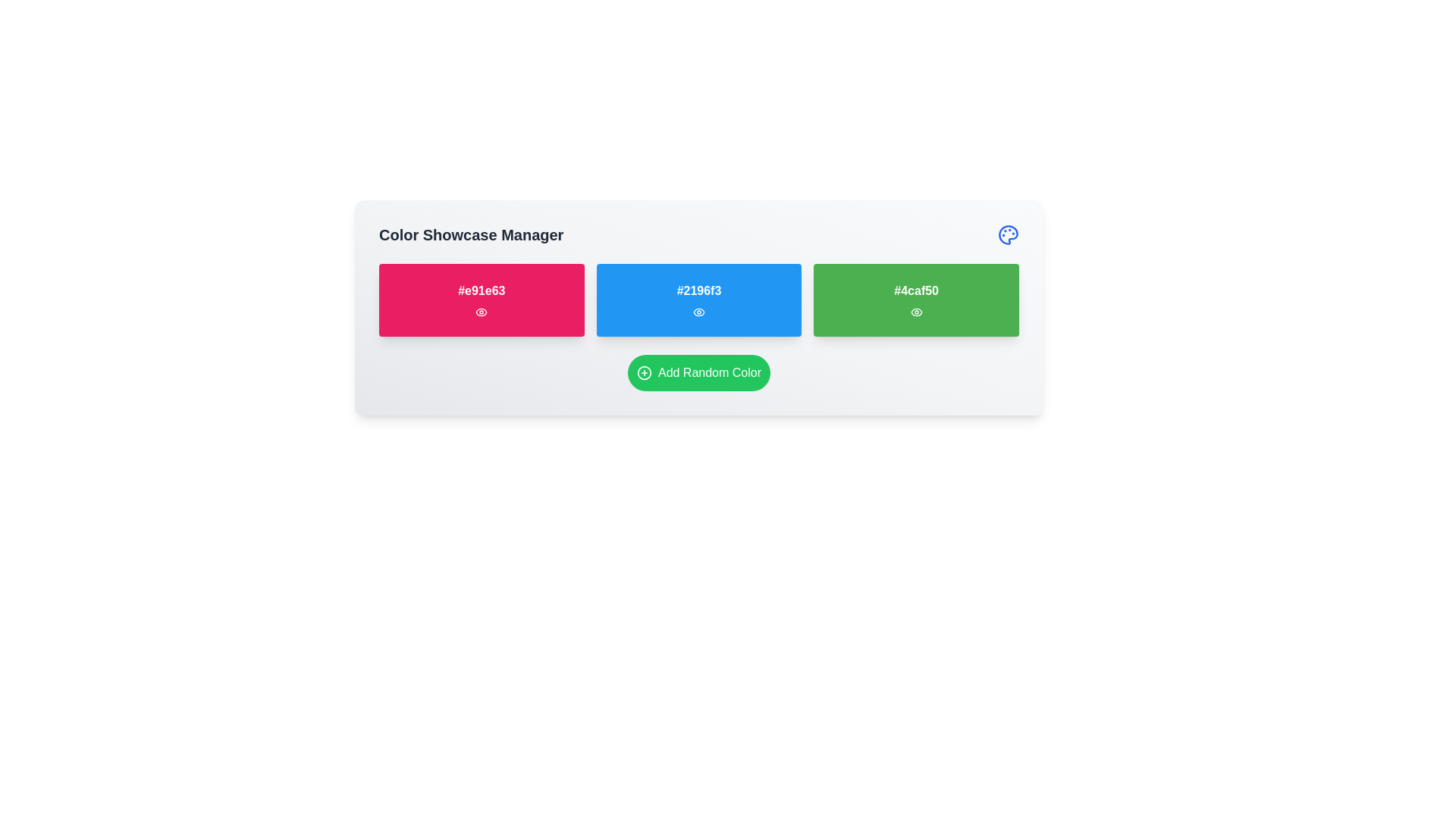  I want to click on the button located below the set of three colored panels, so click(698, 373).